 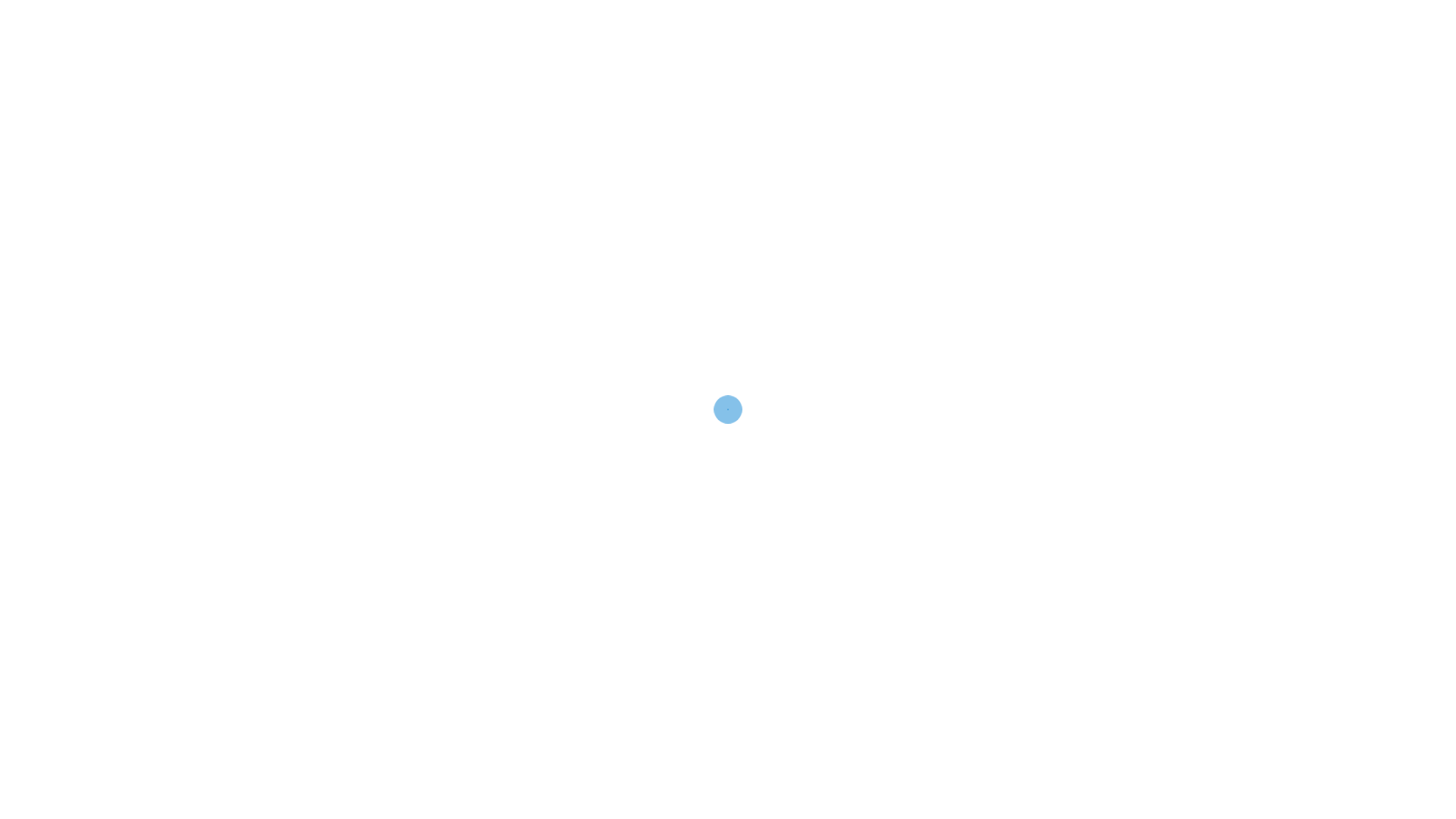 I want to click on 'SERVICES', so click(x=529, y=99).